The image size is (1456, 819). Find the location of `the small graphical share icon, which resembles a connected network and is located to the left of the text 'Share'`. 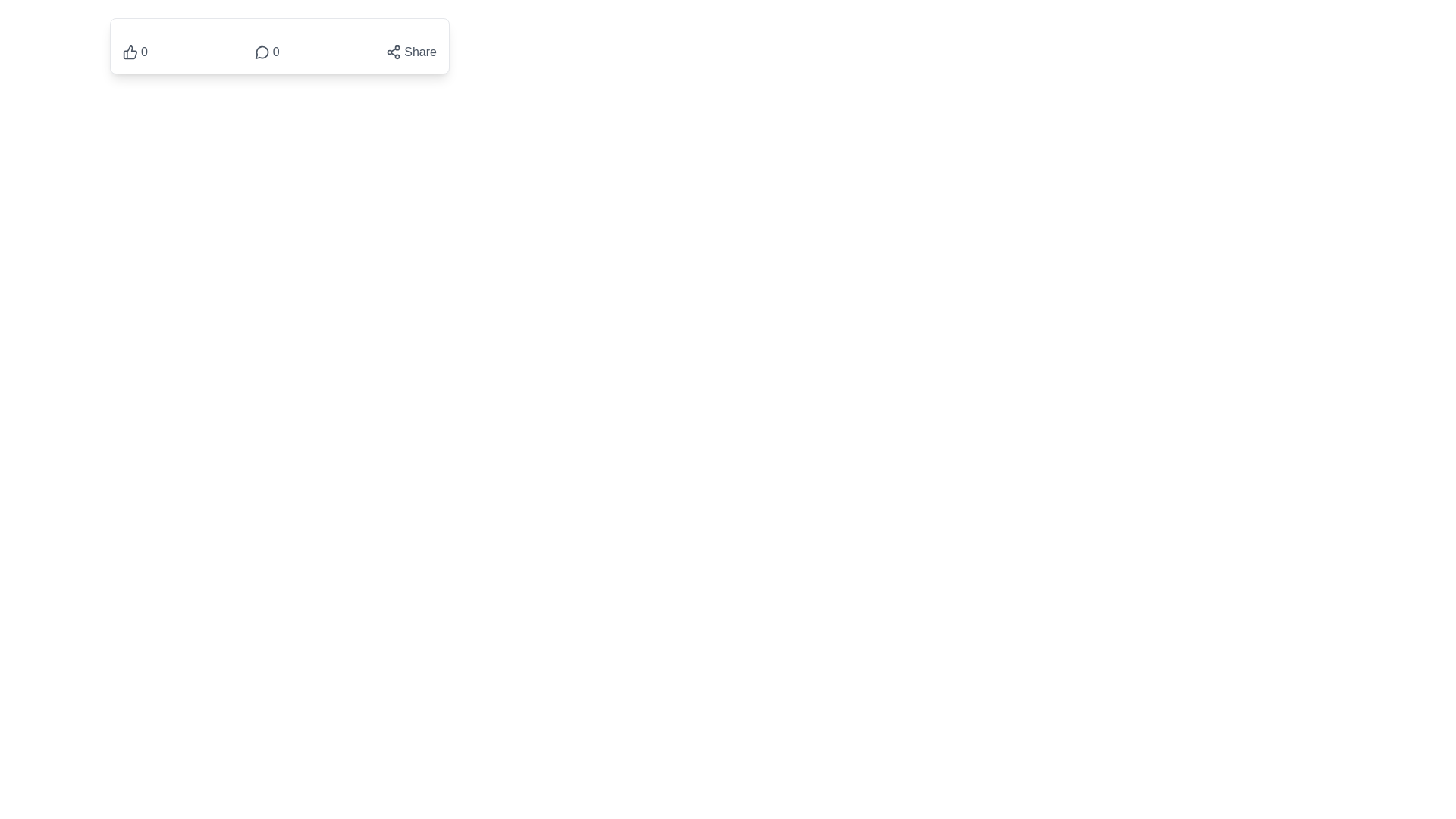

the small graphical share icon, which resembles a connected network and is located to the left of the text 'Share' is located at coordinates (394, 52).